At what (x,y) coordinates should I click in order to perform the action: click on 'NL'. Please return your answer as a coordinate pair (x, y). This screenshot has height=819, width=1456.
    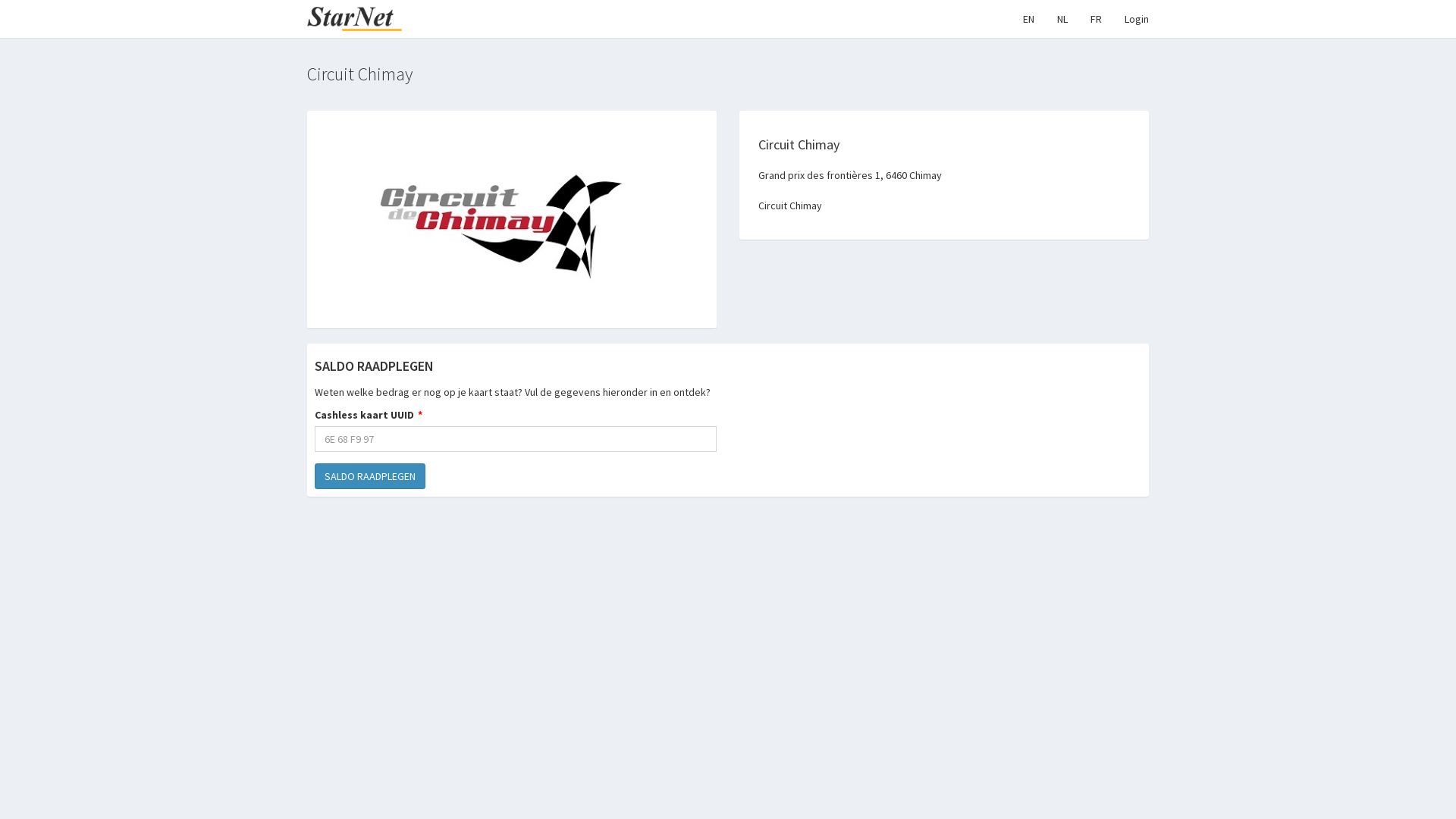
    Looking at the image, I should click on (1062, 18).